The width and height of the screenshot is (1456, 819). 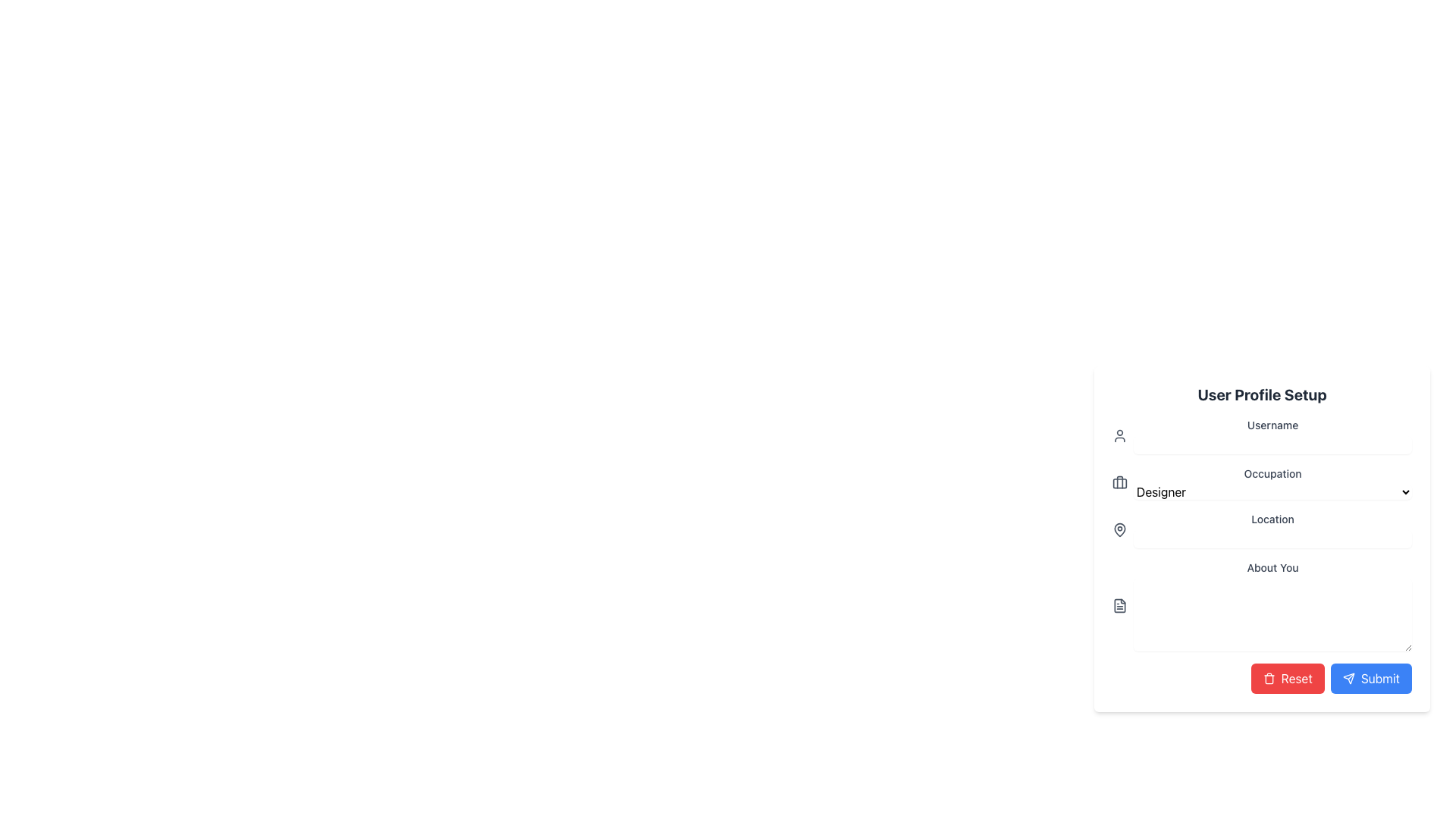 I want to click on the 'Reset' button with a red background and white text displaying a trash can icon, located to the left of the blue 'Submit' button at the bottom of the form, so click(x=1262, y=677).